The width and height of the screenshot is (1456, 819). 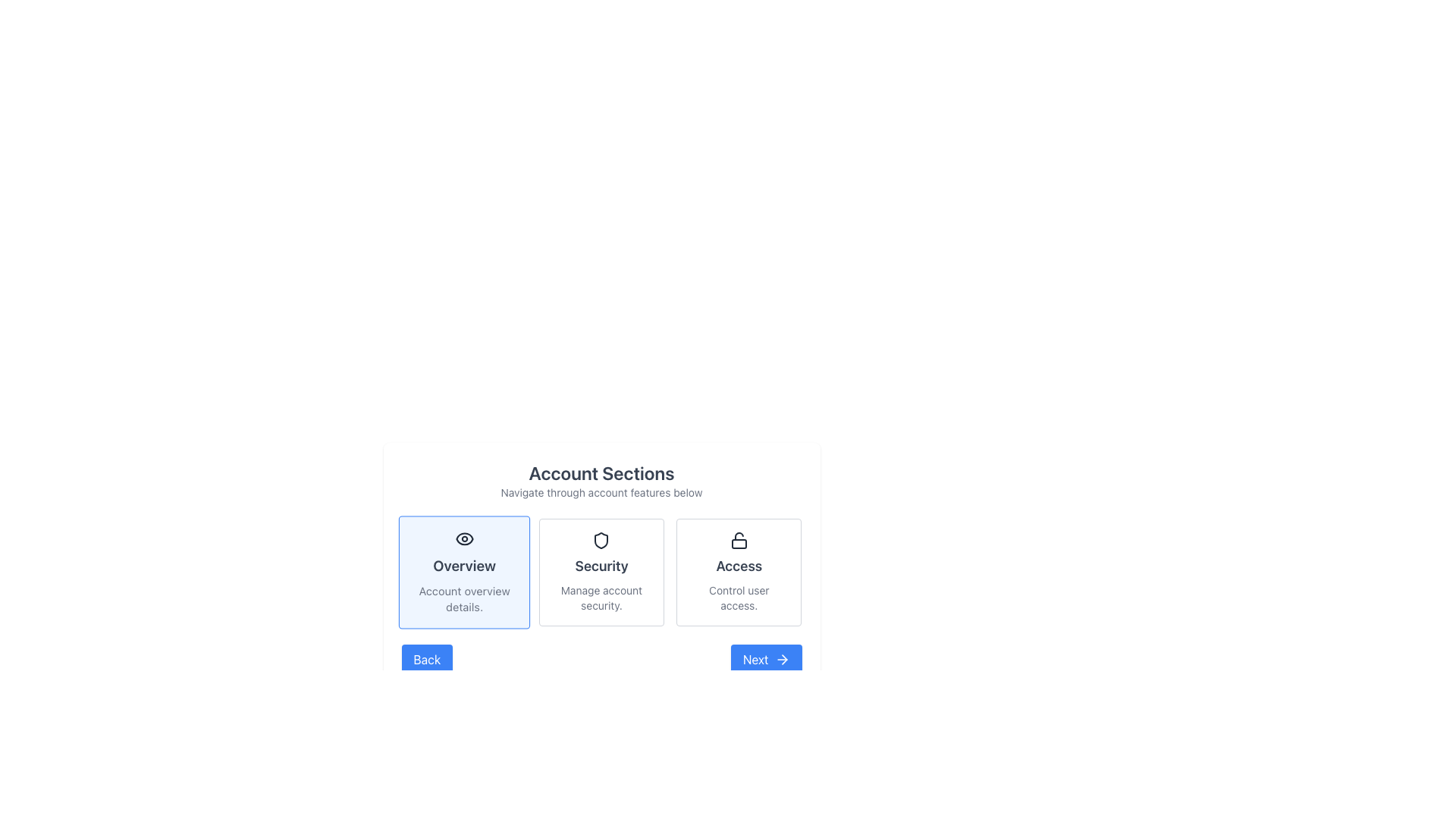 What do you see at coordinates (601, 566) in the screenshot?
I see `the heading text that summarizes account security, located centrally beneath a shield icon and above the 'Manage account security.' text` at bounding box center [601, 566].